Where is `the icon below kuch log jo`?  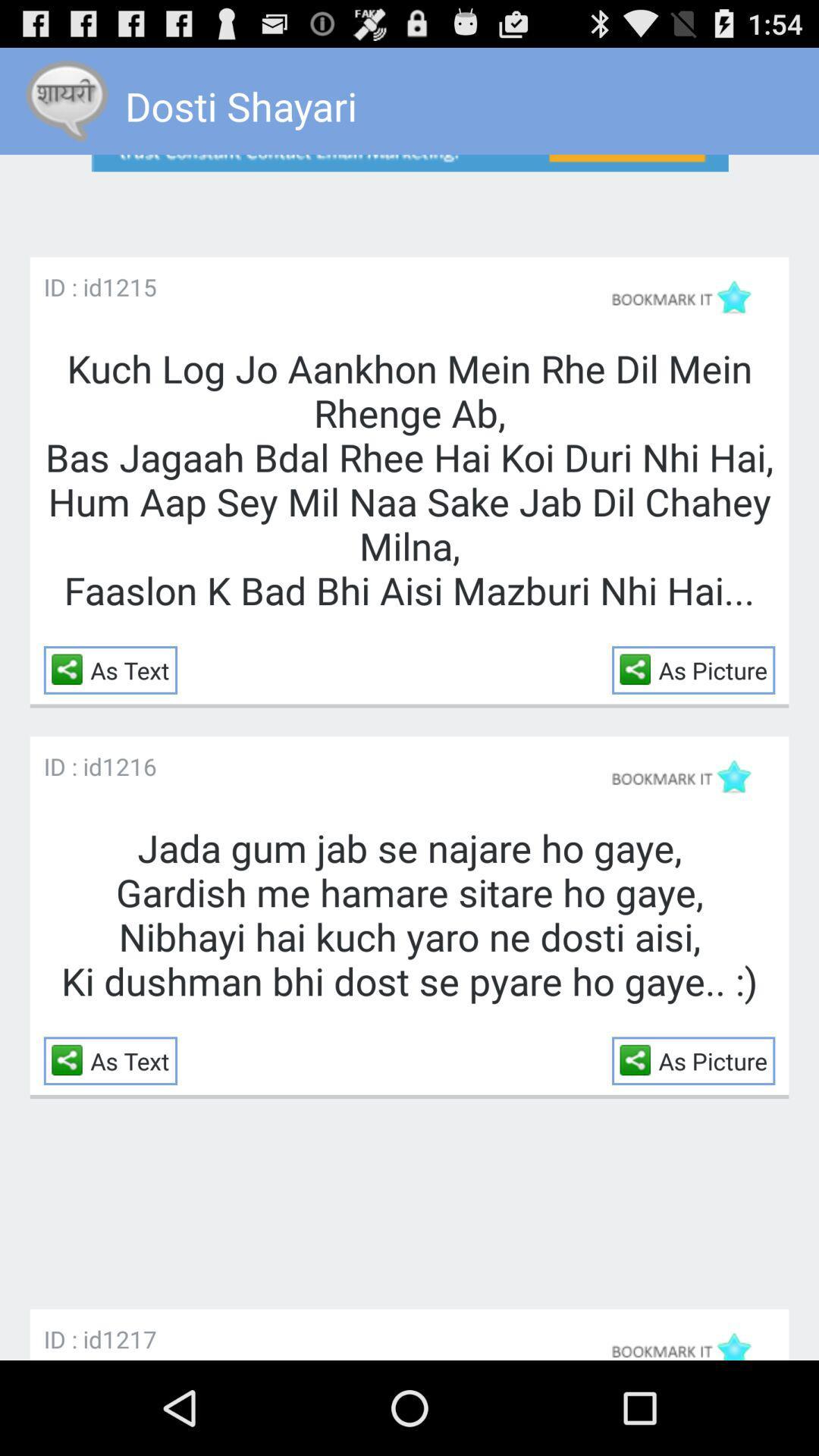 the icon below kuch log jo is located at coordinates (639, 668).